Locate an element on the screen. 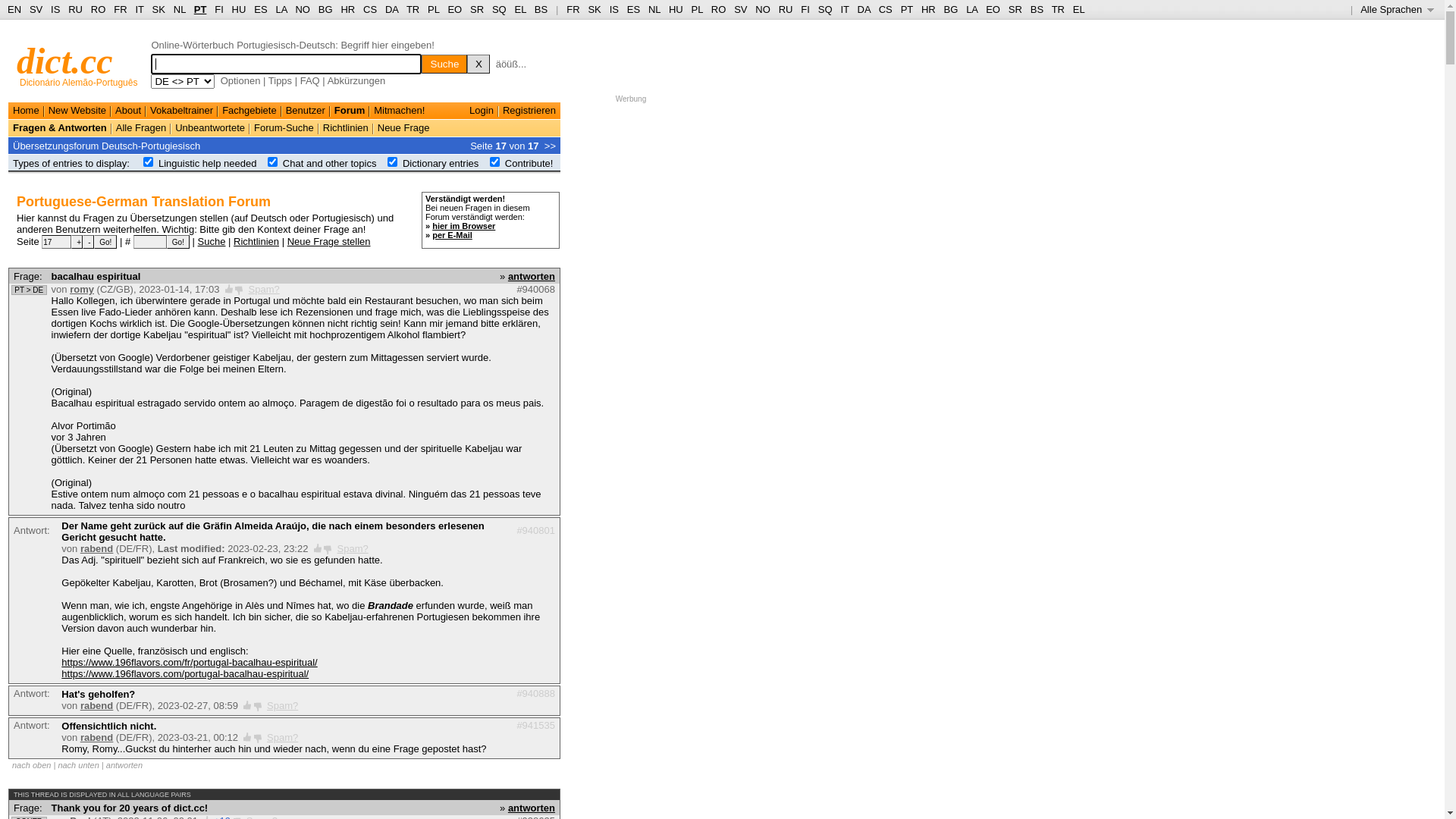  'FR' is located at coordinates (566, 9).